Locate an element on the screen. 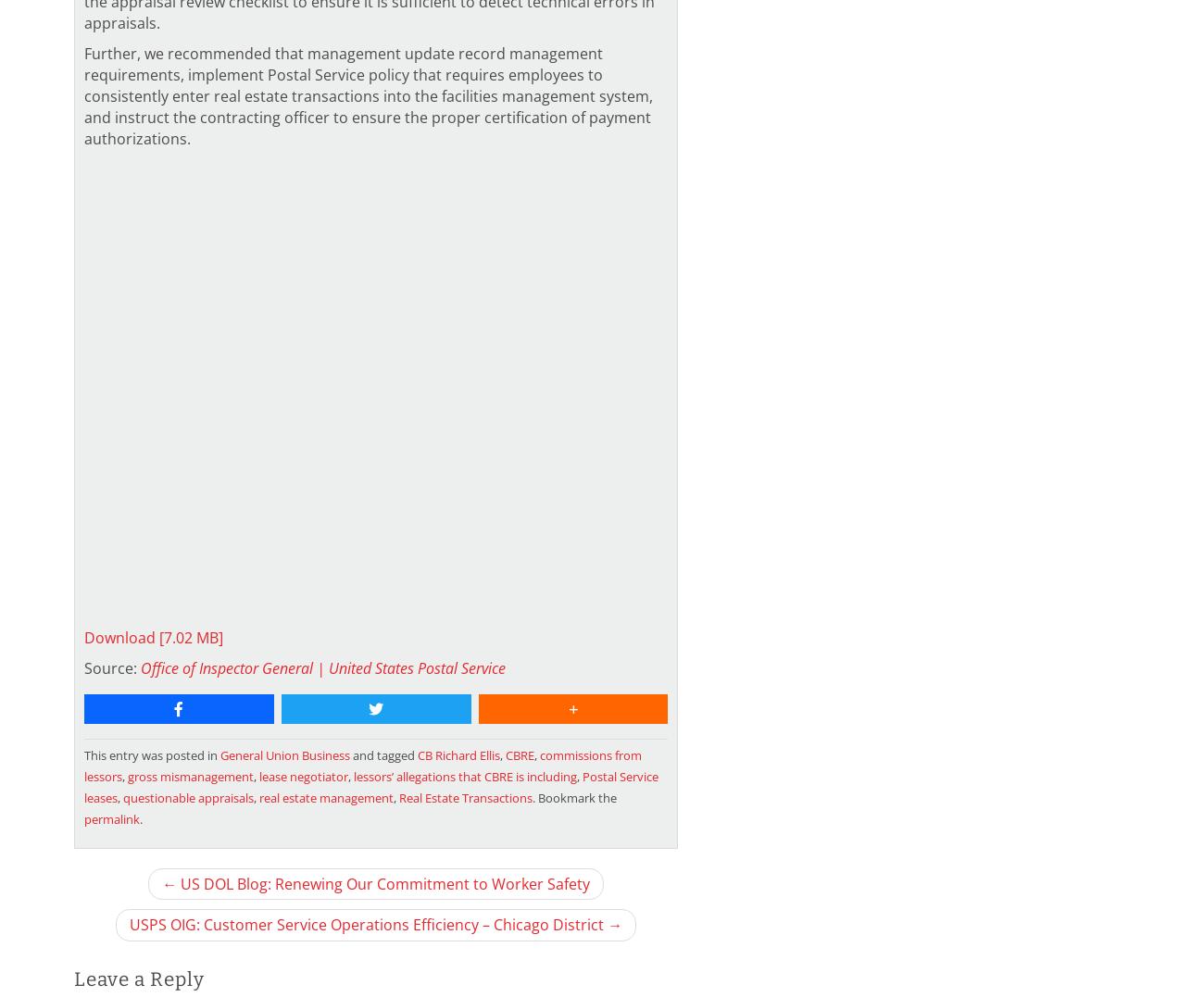 The height and width of the screenshot is (997, 1204). 'questionable appraisals' is located at coordinates (121, 795).